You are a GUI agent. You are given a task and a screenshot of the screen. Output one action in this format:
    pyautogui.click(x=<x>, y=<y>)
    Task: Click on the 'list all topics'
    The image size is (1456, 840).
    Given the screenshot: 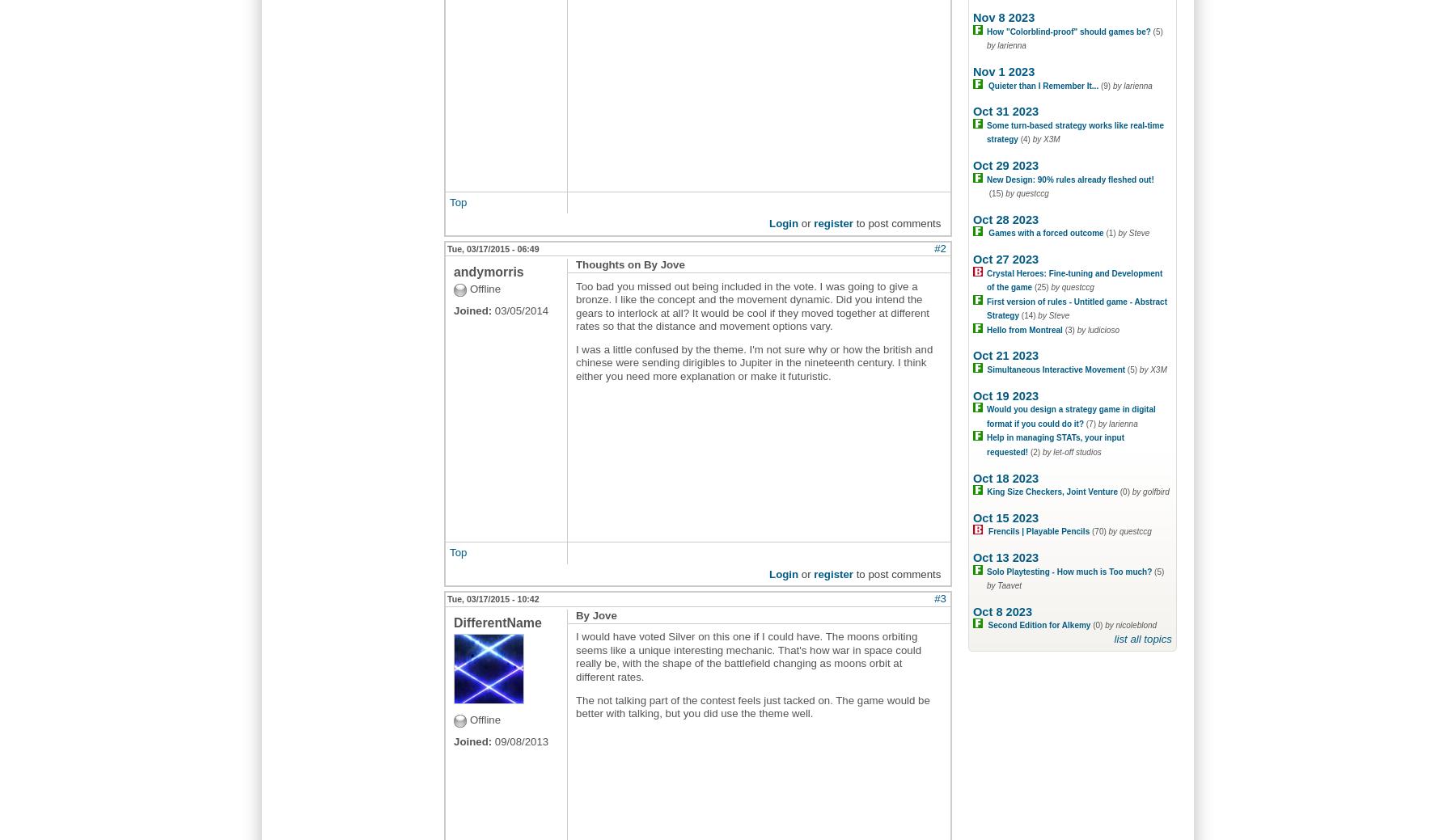 What is the action you would take?
    pyautogui.click(x=1142, y=637)
    